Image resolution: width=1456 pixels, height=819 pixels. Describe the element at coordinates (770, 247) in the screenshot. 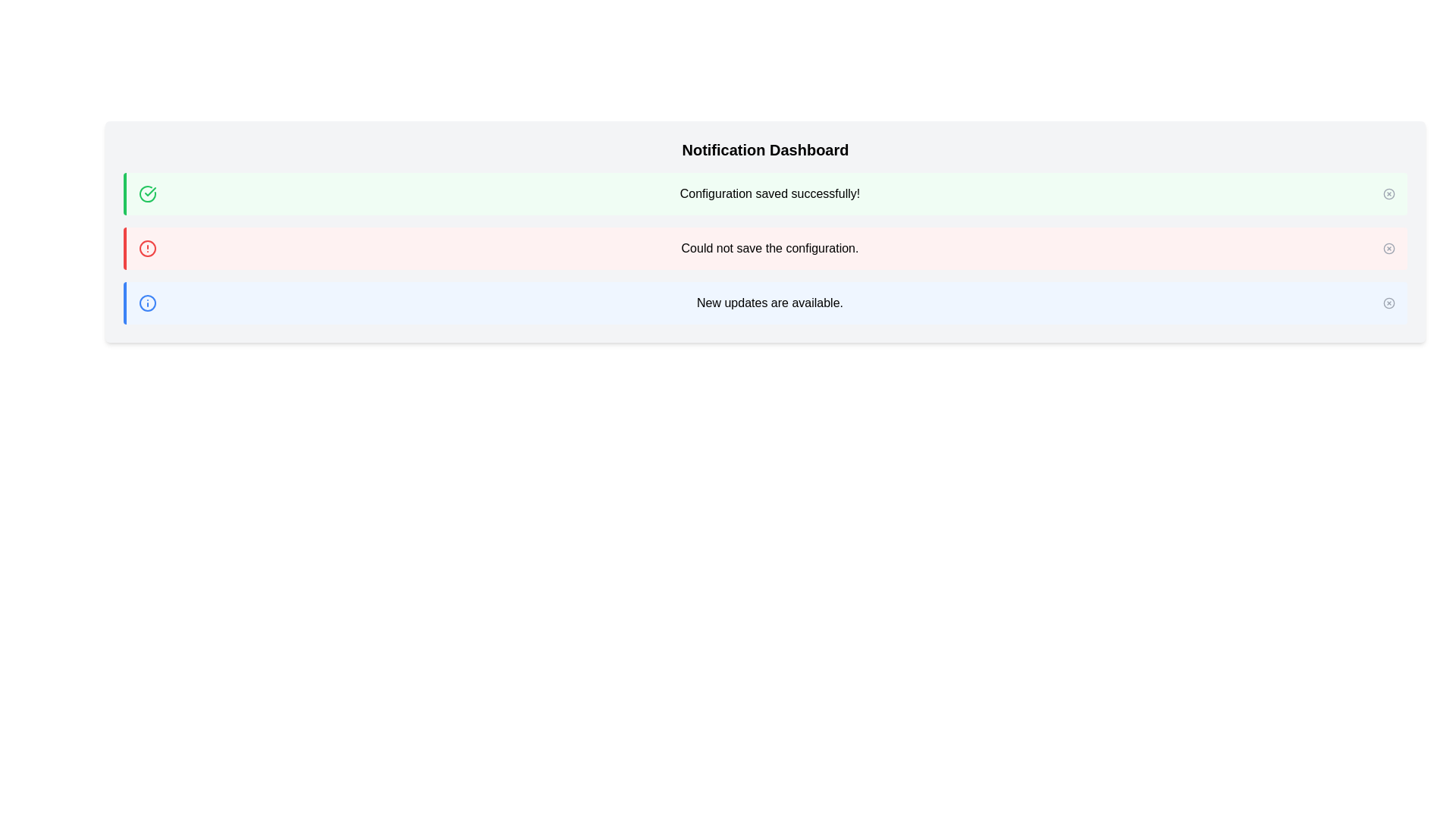

I see `the text label that displays 'Could not save the configuration.' in red color, which is centrally positioned within a notification card` at that location.